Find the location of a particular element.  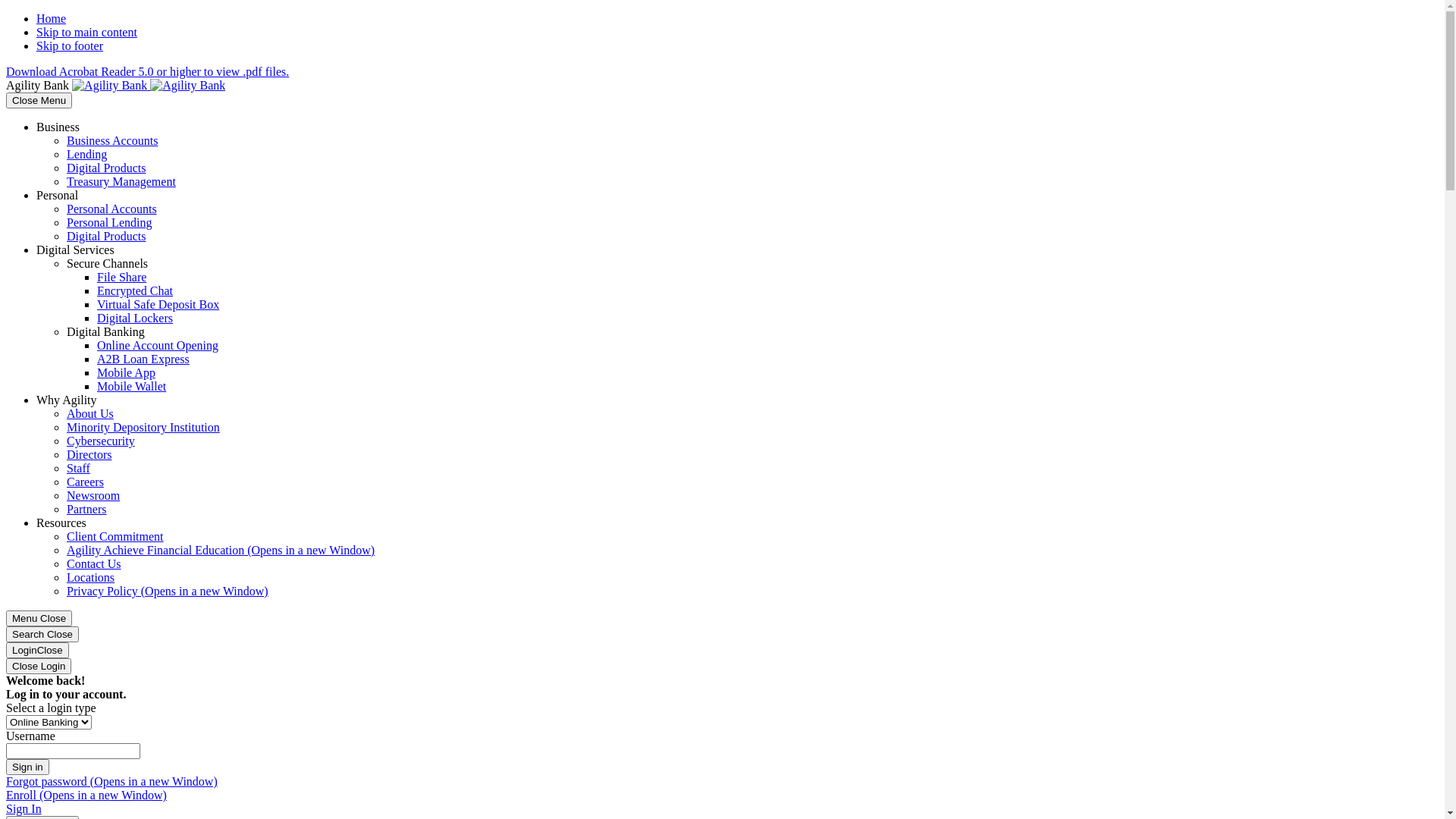

'Cybersecurity' is located at coordinates (100, 441).